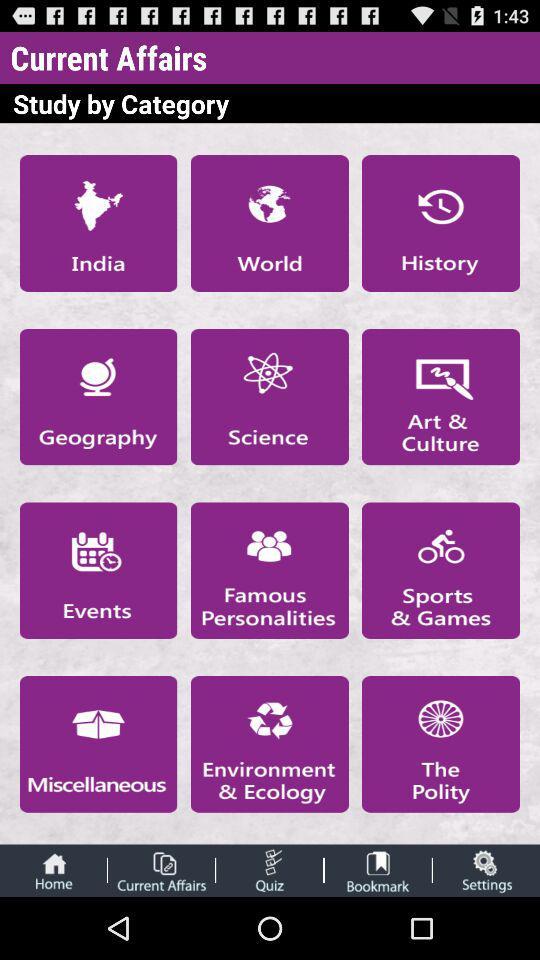 This screenshot has width=540, height=960. Describe the element at coordinates (441, 743) in the screenshot. I see `open app category` at that location.